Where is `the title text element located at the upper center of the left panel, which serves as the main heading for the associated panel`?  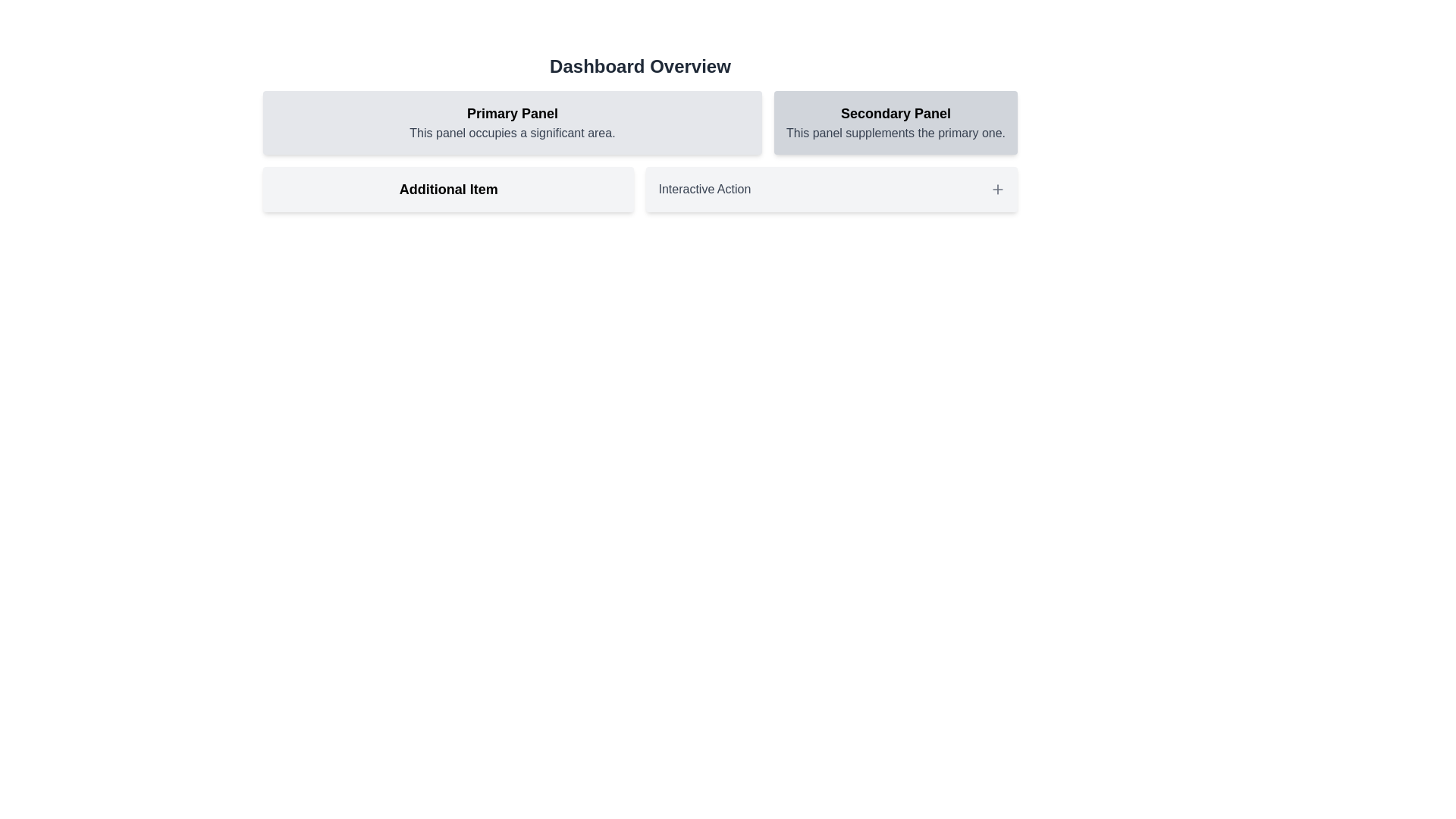 the title text element located at the upper center of the left panel, which serves as the main heading for the associated panel is located at coordinates (513, 113).